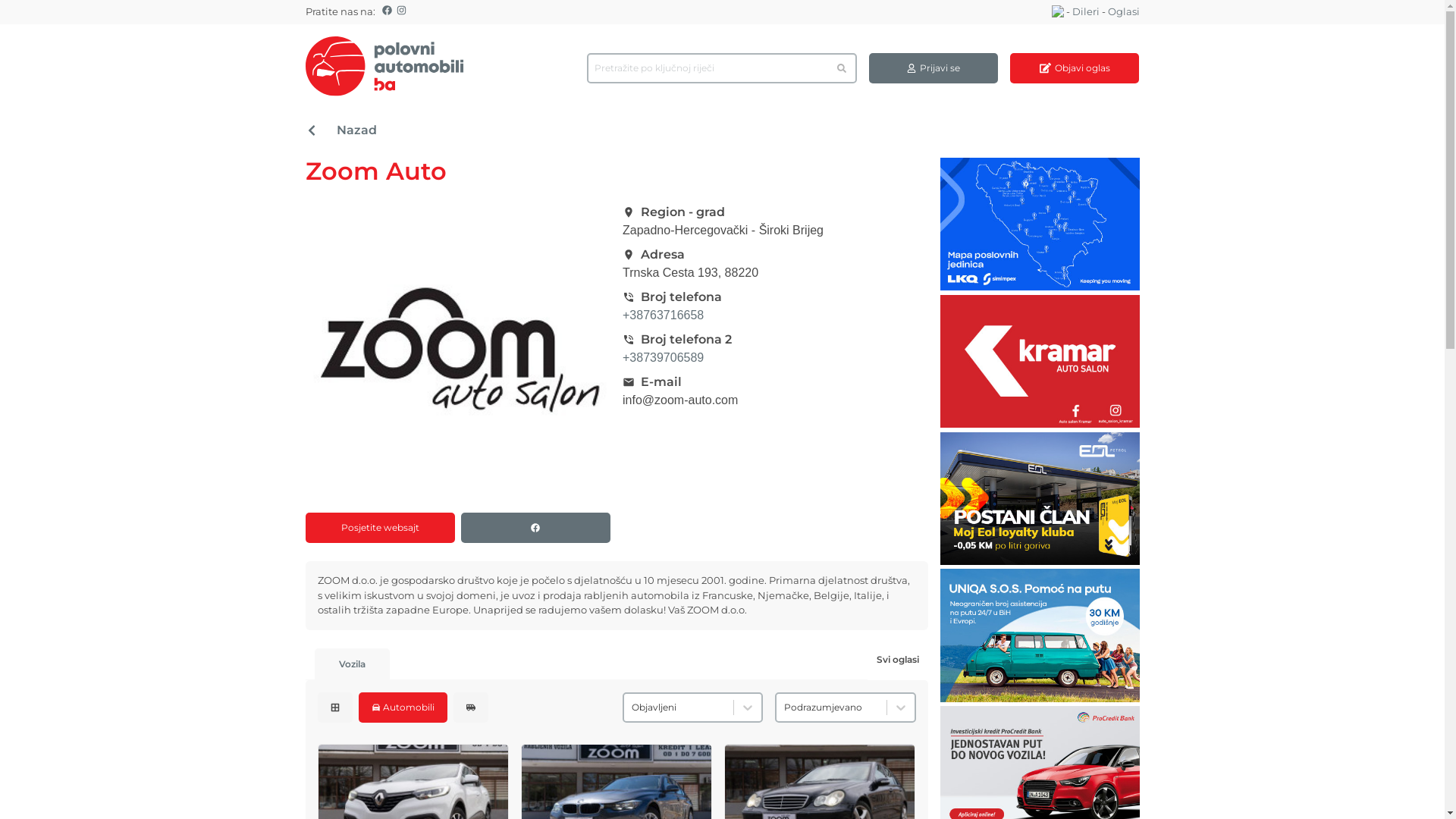  Describe the element at coordinates (663, 314) in the screenshot. I see `'+38763716658'` at that location.